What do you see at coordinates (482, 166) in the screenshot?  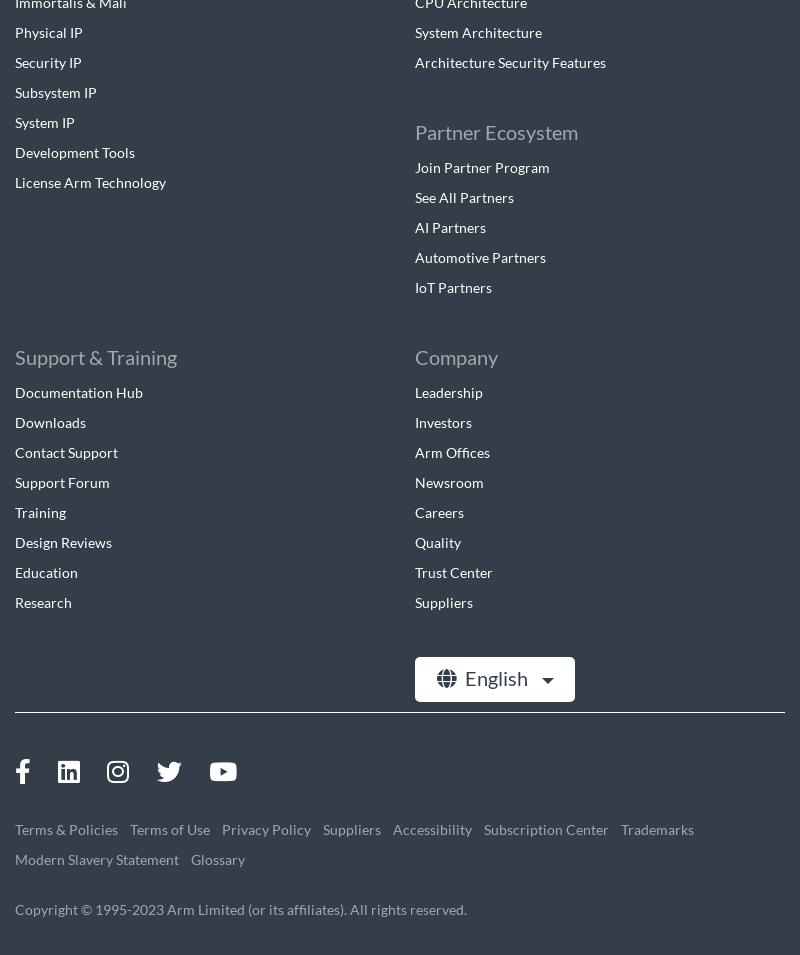 I see `'Join Partner Program'` at bounding box center [482, 166].